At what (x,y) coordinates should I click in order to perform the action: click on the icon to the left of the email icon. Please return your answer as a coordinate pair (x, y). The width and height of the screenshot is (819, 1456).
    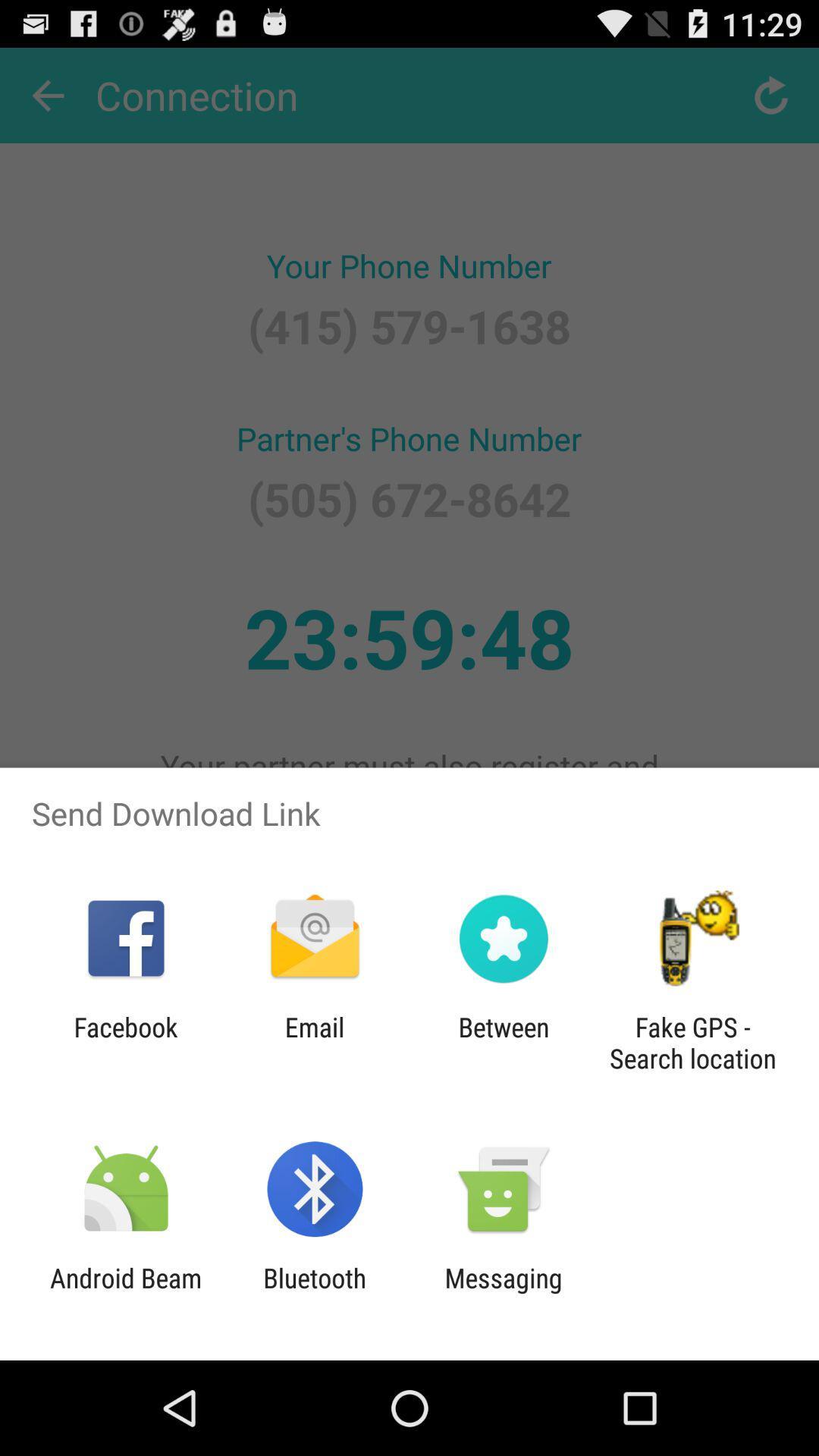
    Looking at the image, I should click on (125, 1042).